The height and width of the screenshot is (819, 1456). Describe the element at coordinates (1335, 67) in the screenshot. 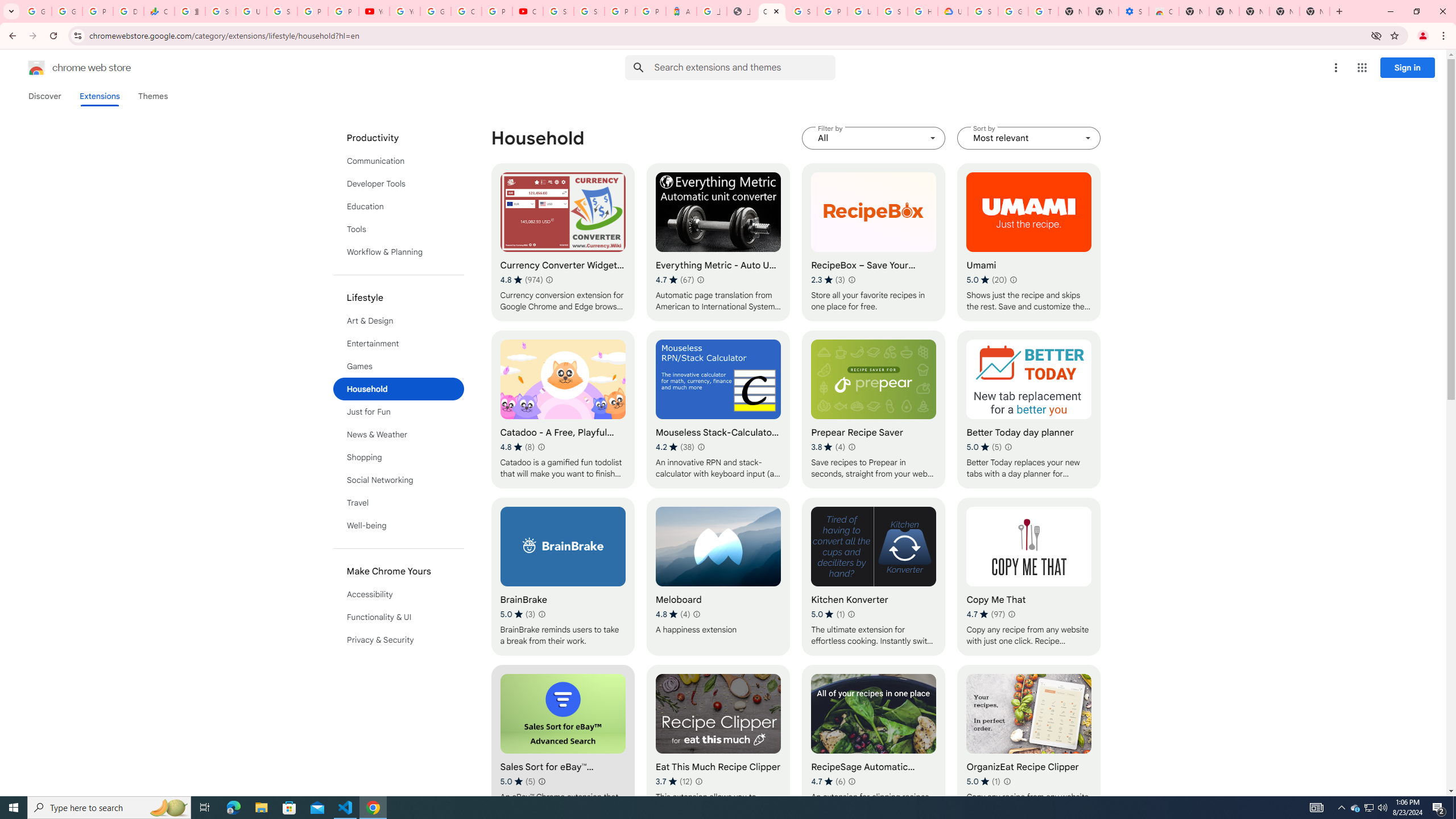

I see `'More options menu'` at that location.